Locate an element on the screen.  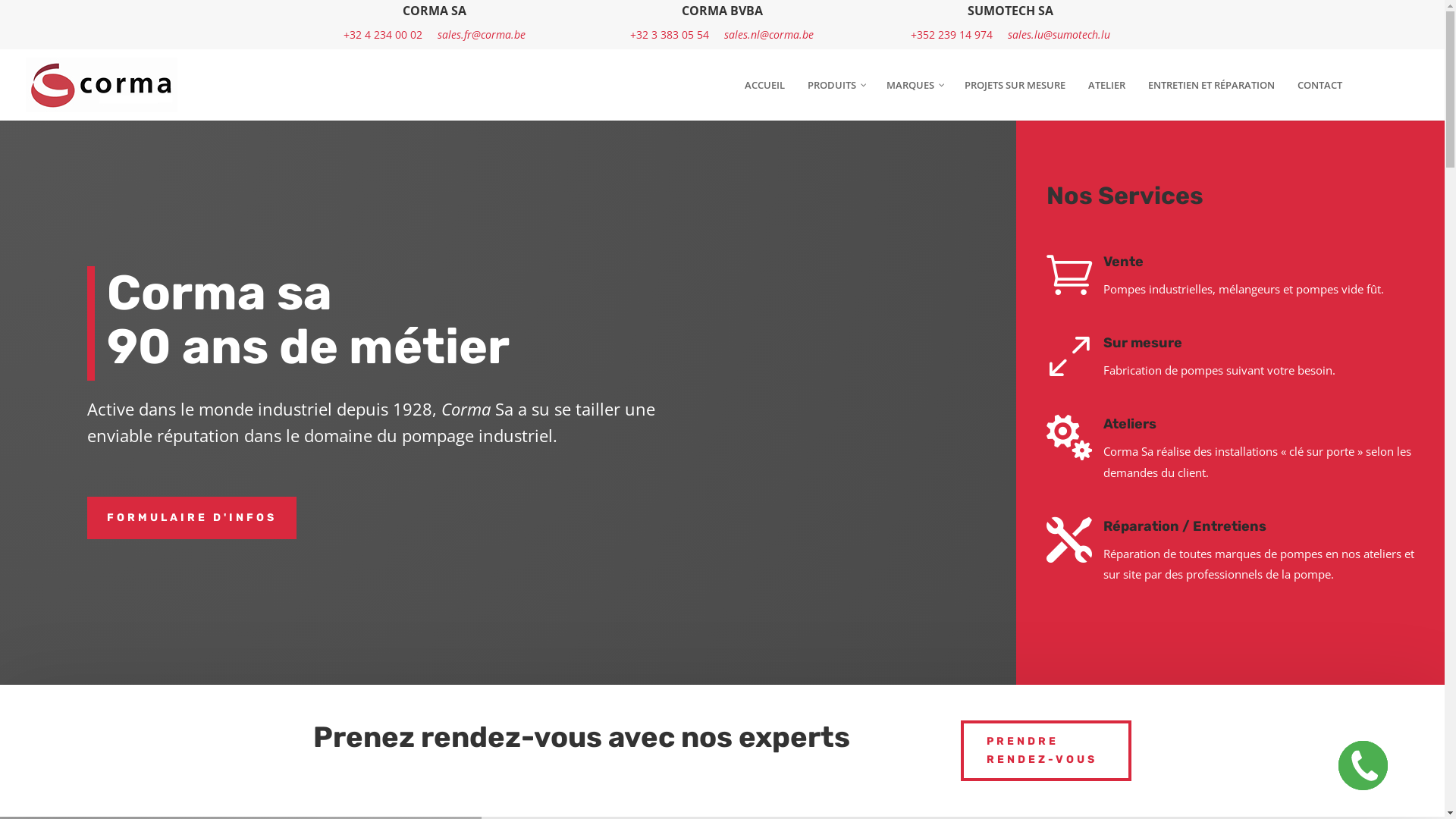
'PRODUITS' is located at coordinates (795, 97).